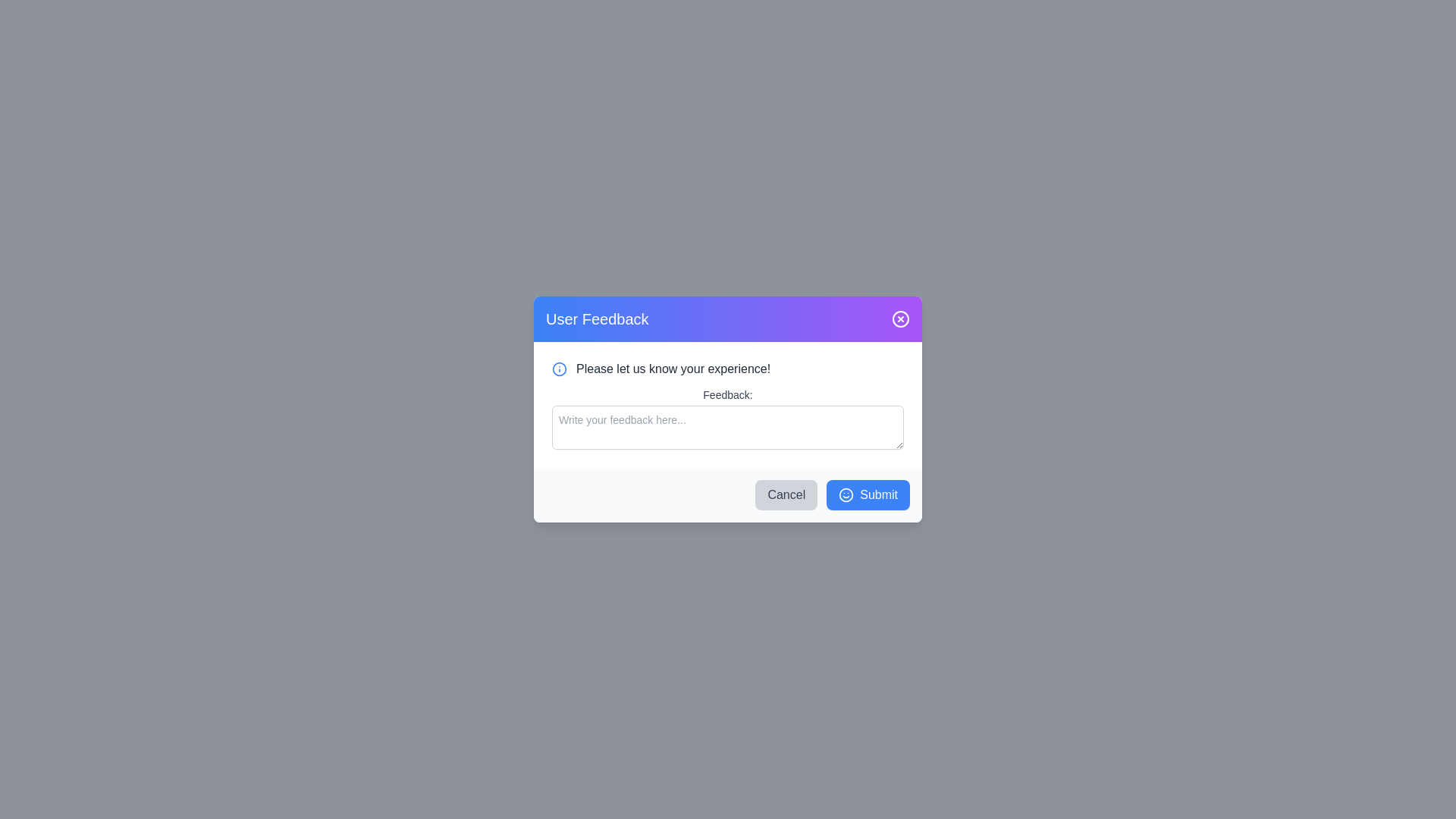 The image size is (1456, 819). Describe the element at coordinates (786, 494) in the screenshot. I see `the 'Cancel' button, which is a rectangular button with gray text on a lighter gray background, located at the lower portion of a modal dialog, immediately to the left of the blue 'Submit' button, to observe the hover effect` at that location.